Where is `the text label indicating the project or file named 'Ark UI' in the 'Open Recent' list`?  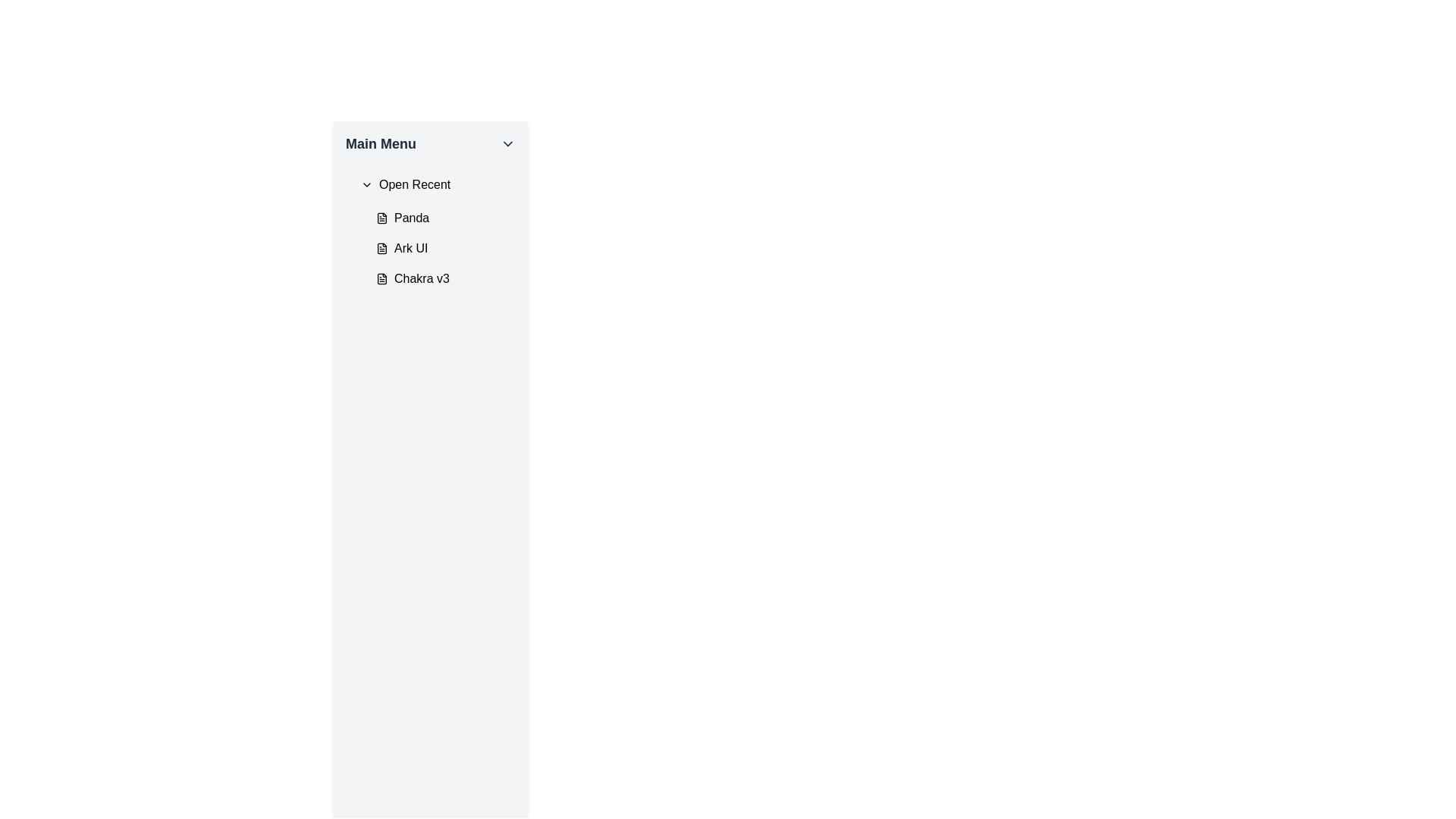 the text label indicating the project or file named 'Ark UI' in the 'Open Recent' list is located at coordinates (411, 247).